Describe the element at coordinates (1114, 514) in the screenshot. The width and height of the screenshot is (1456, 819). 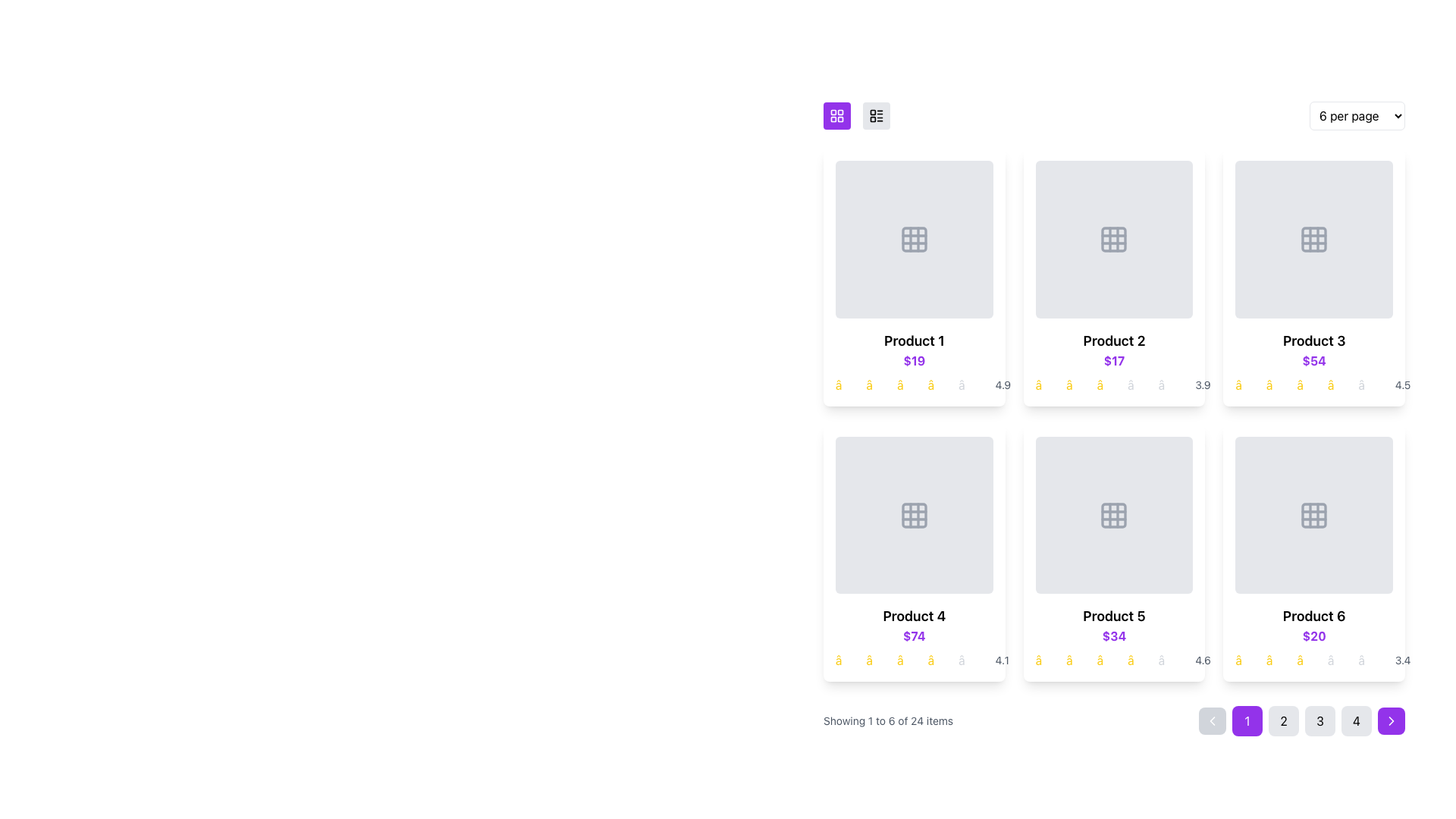
I see `the grid icon in the fifth position of the card layout, which serves as decorative imagery for the product` at that location.